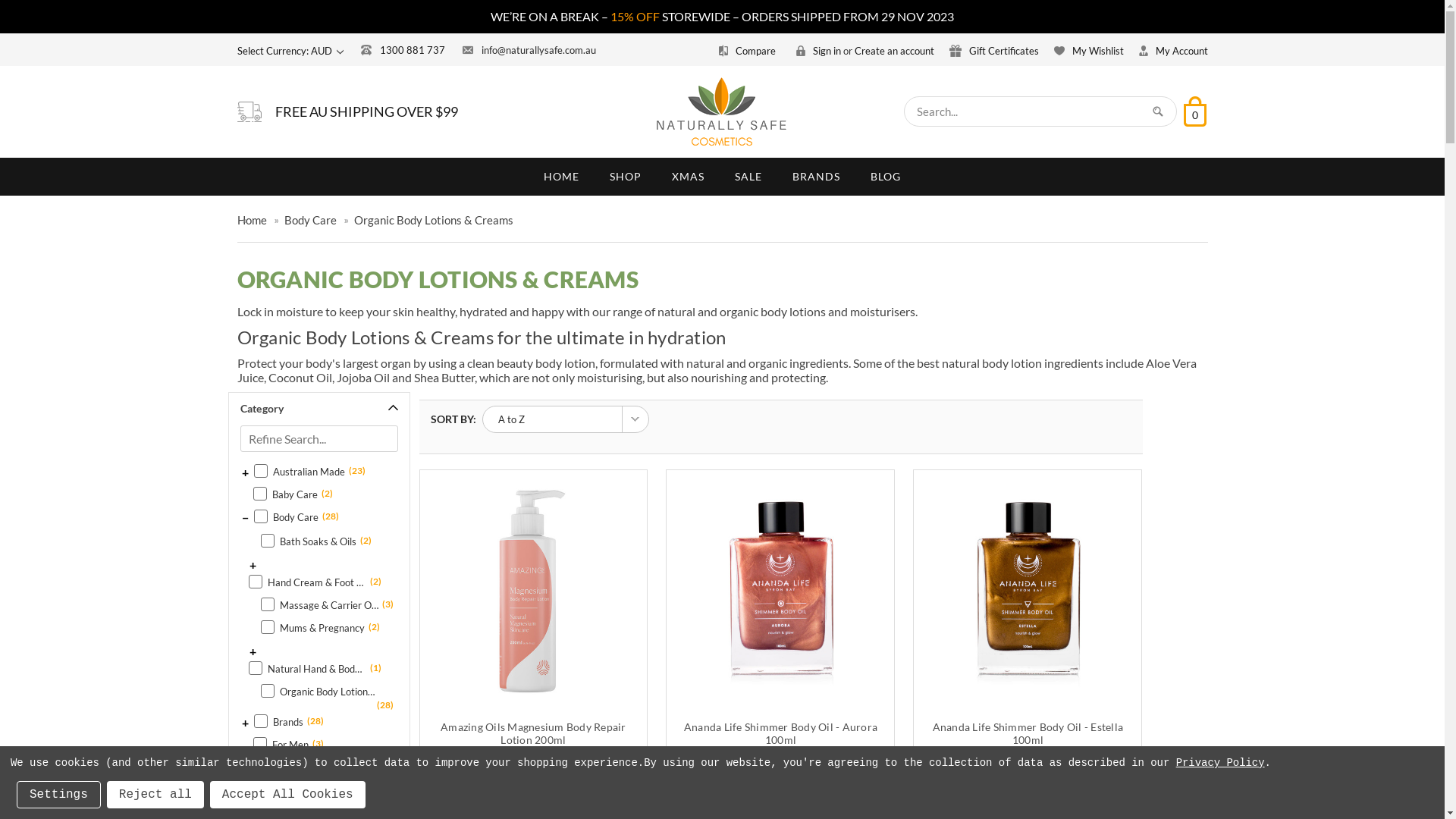 The image size is (1456, 819). What do you see at coordinates (749, 49) in the screenshot?
I see `'Compare'` at bounding box center [749, 49].